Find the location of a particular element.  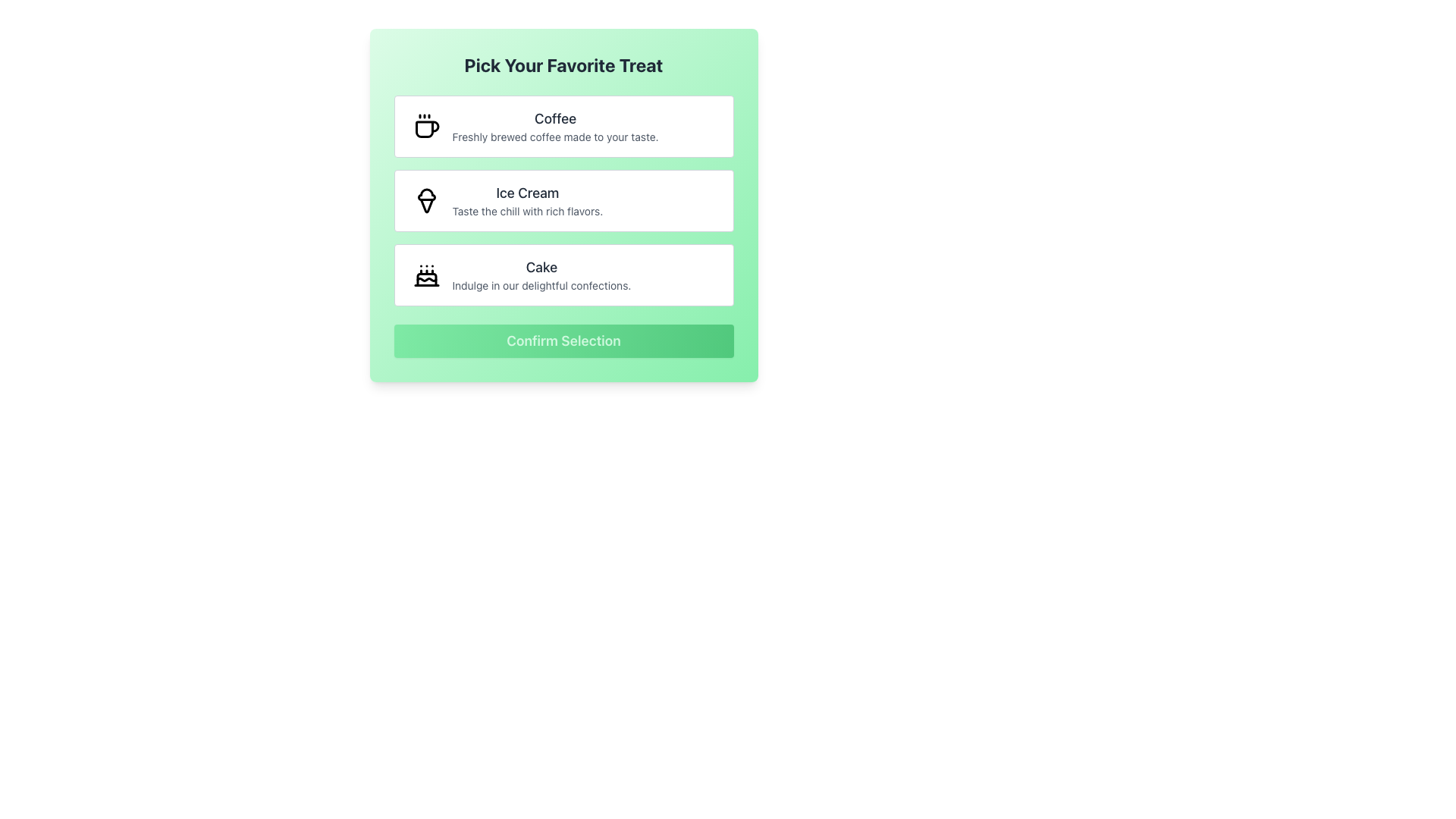

the Text Display element that contains the word 'Cake' in a larger, bold font and the phrase 'Indulge in our delightful confections.' in a smaller font, positioned centrally among the options is located at coordinates (541, 275).